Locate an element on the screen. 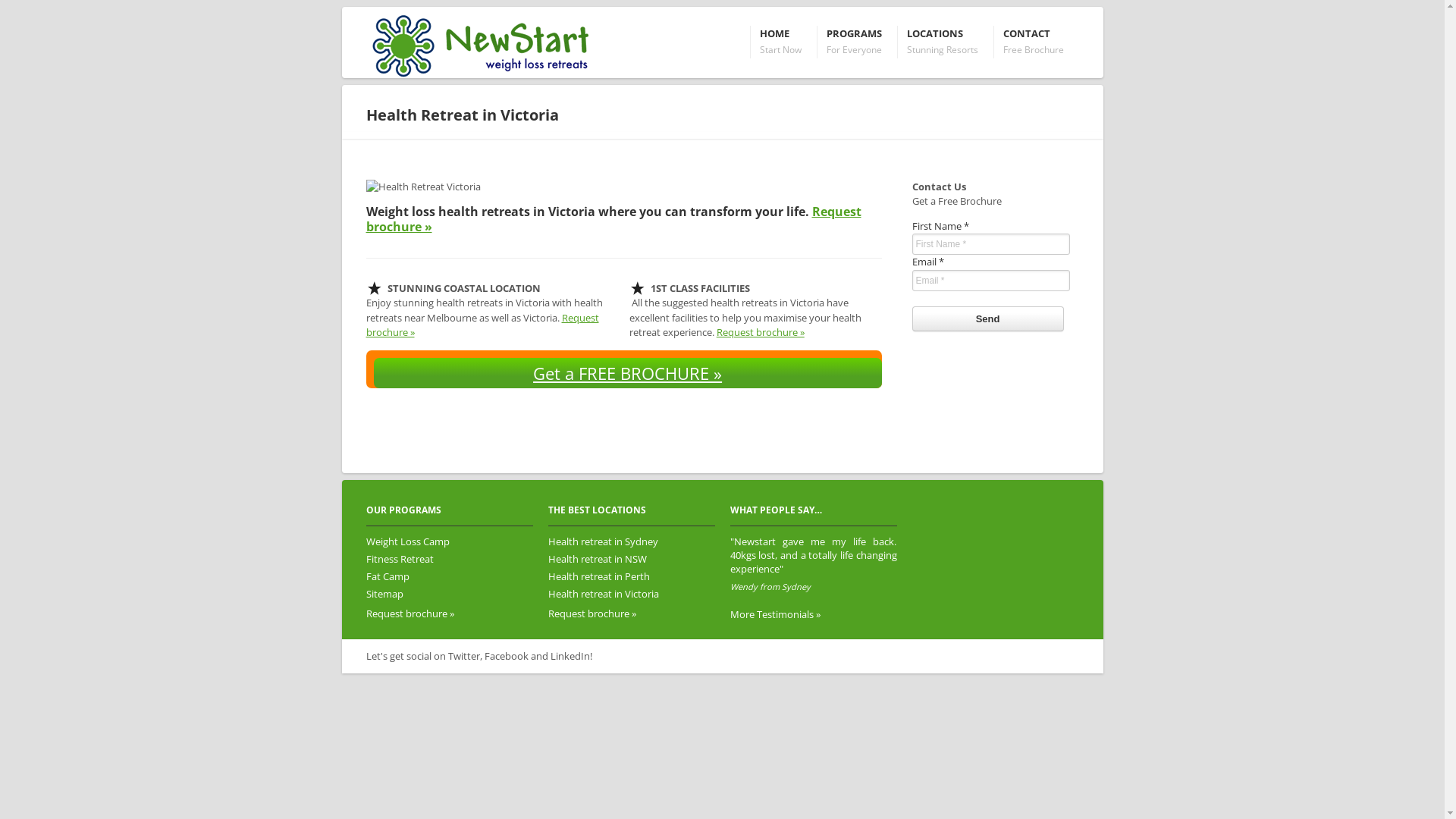 Image resolution: width=1456 pixels, height=819 pixels. 'Fat Camp' is located at coordinates (387, 576).